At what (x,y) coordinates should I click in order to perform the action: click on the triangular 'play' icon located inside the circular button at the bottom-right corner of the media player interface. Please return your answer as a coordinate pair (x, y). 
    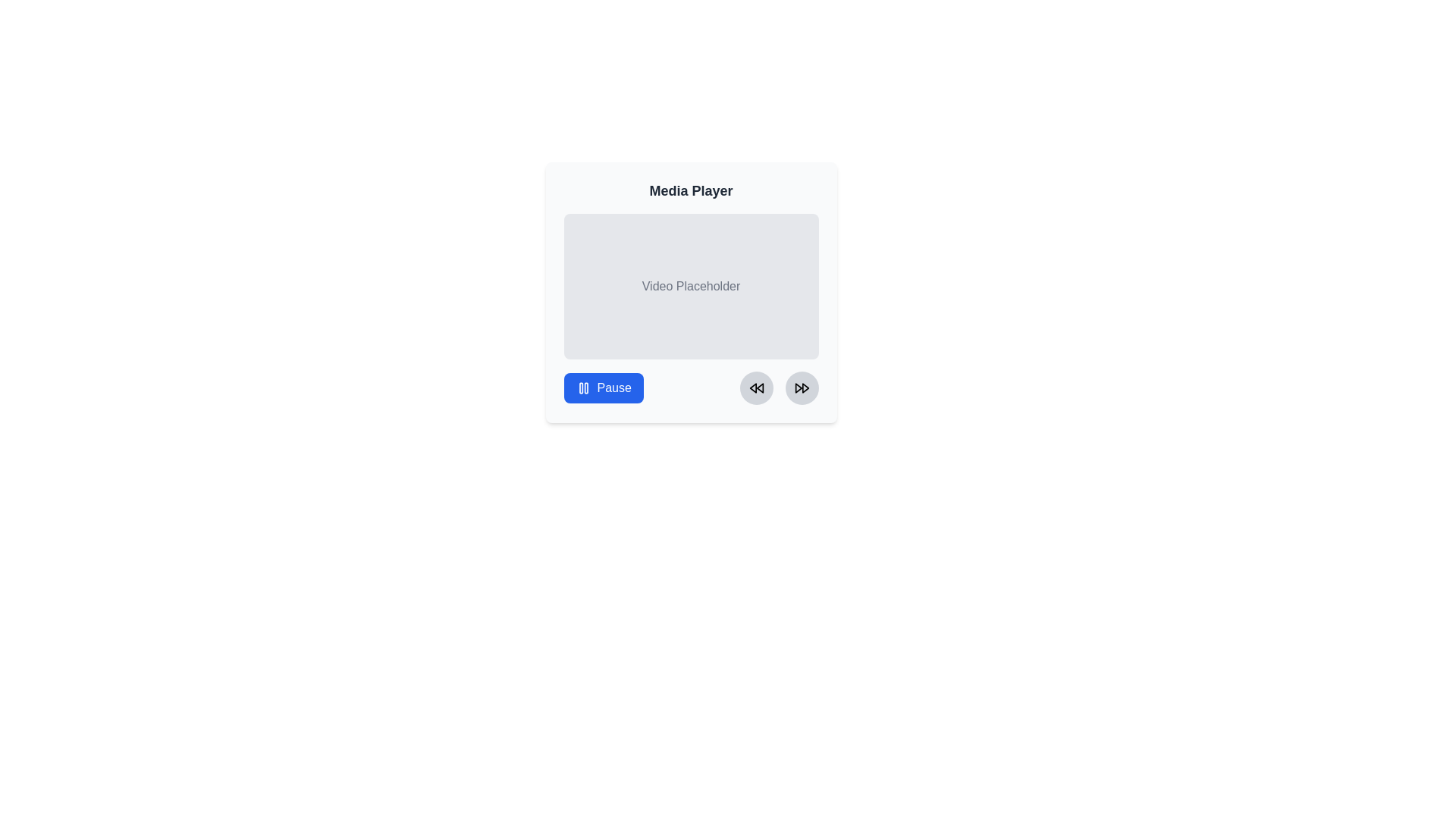
    Looking at the image, I should click on (797, 388).